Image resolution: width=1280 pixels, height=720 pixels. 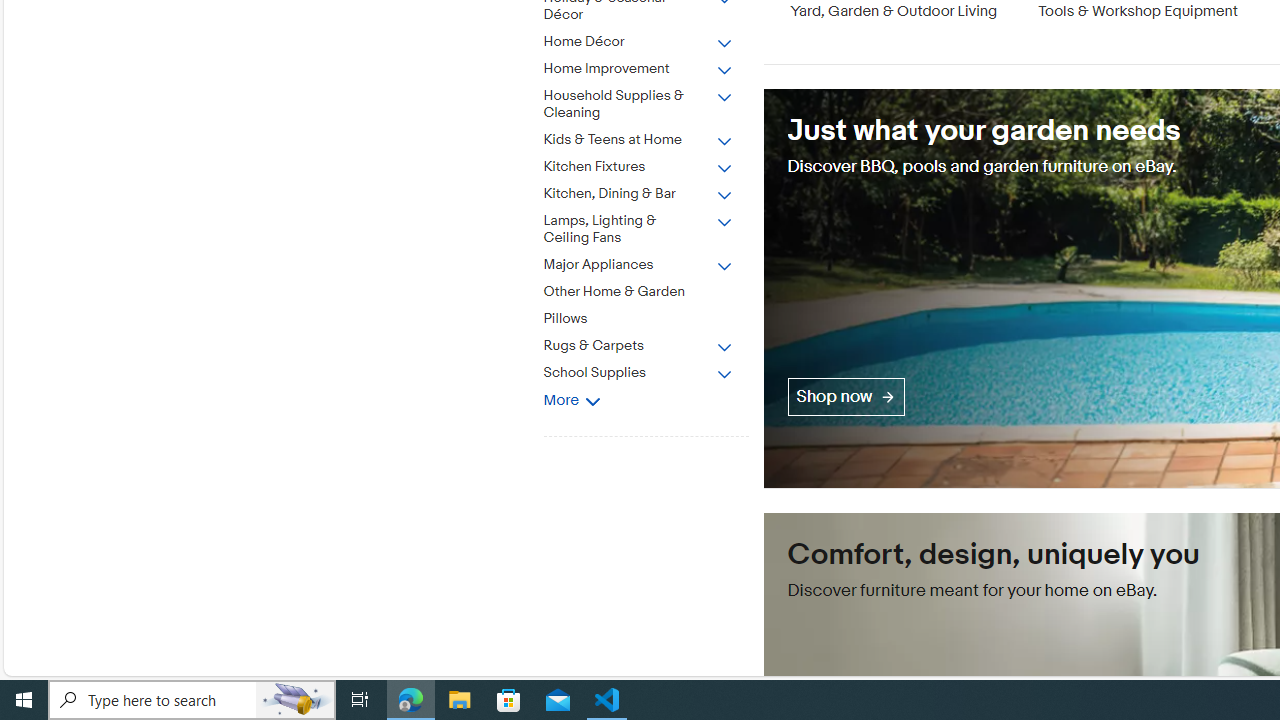 What do you see at coordinates (637, 194) in the screenshot?
I see `'Kitchen, Dining & Bar'` at bounding box center [637, 194].